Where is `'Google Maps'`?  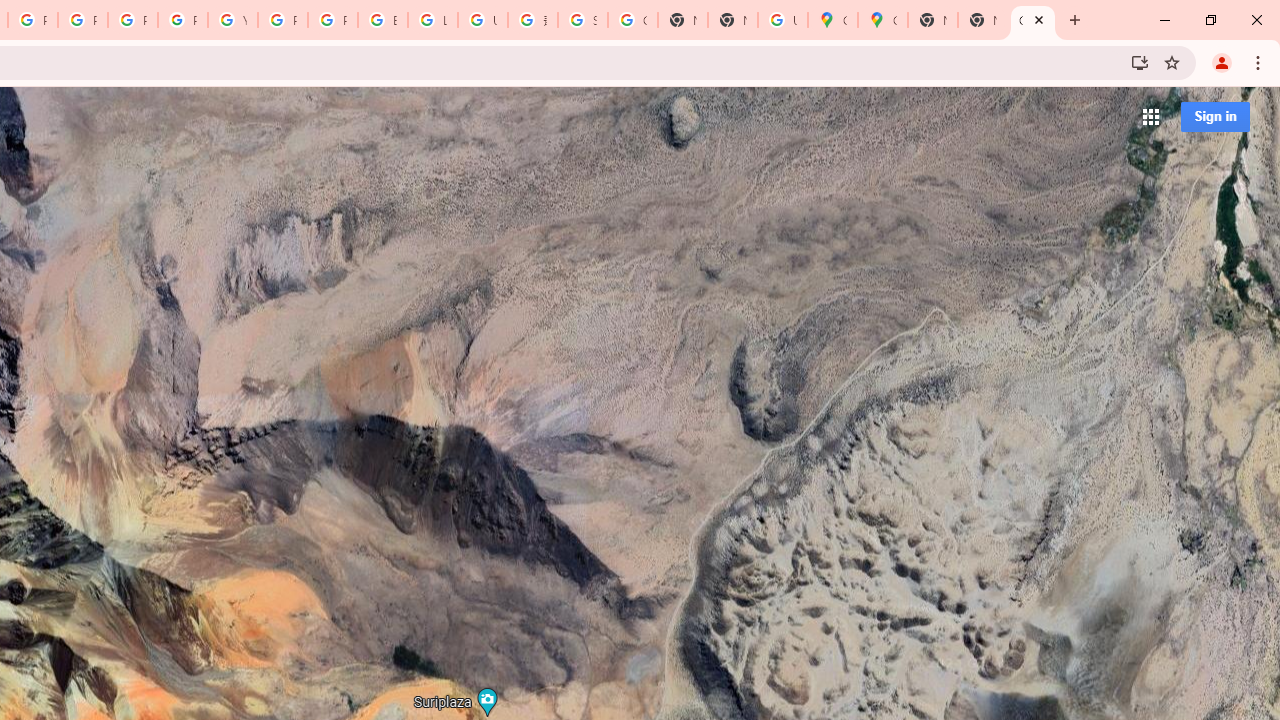
'Google Maps' is located at coordinates (832, 20).